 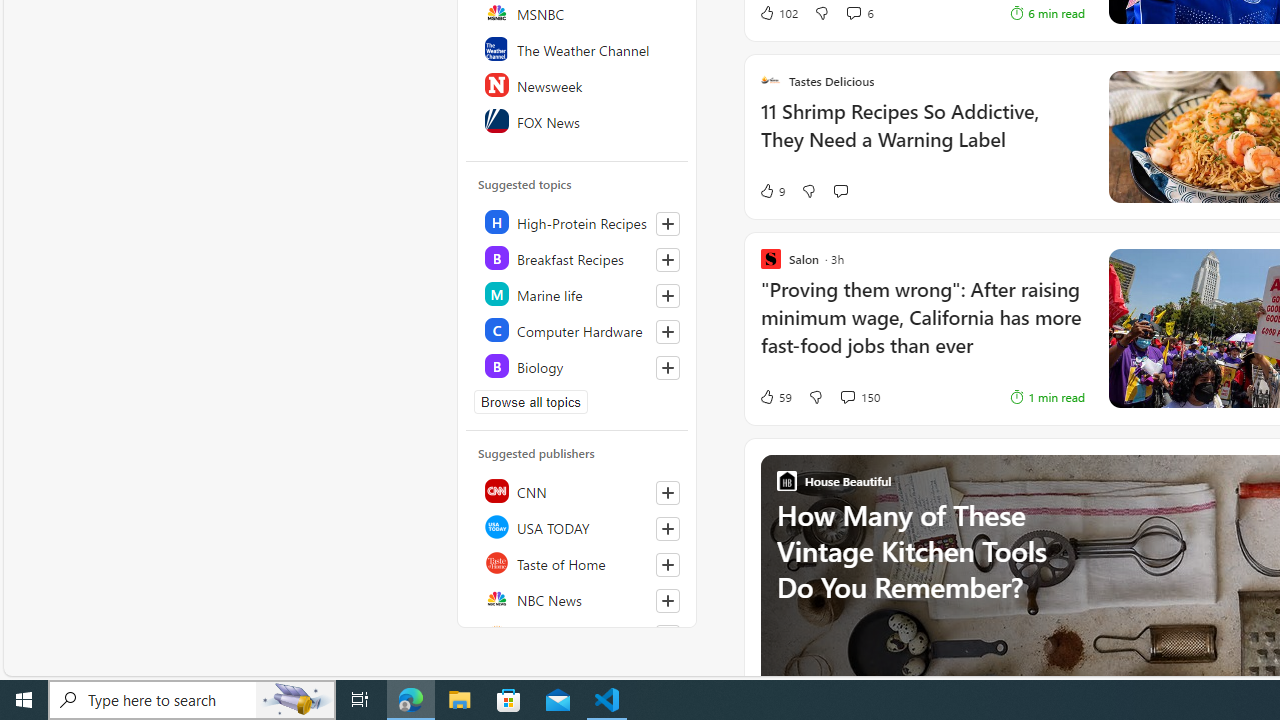 I want to click on 'View comments 6 Comment', so click(x=853, y=12).